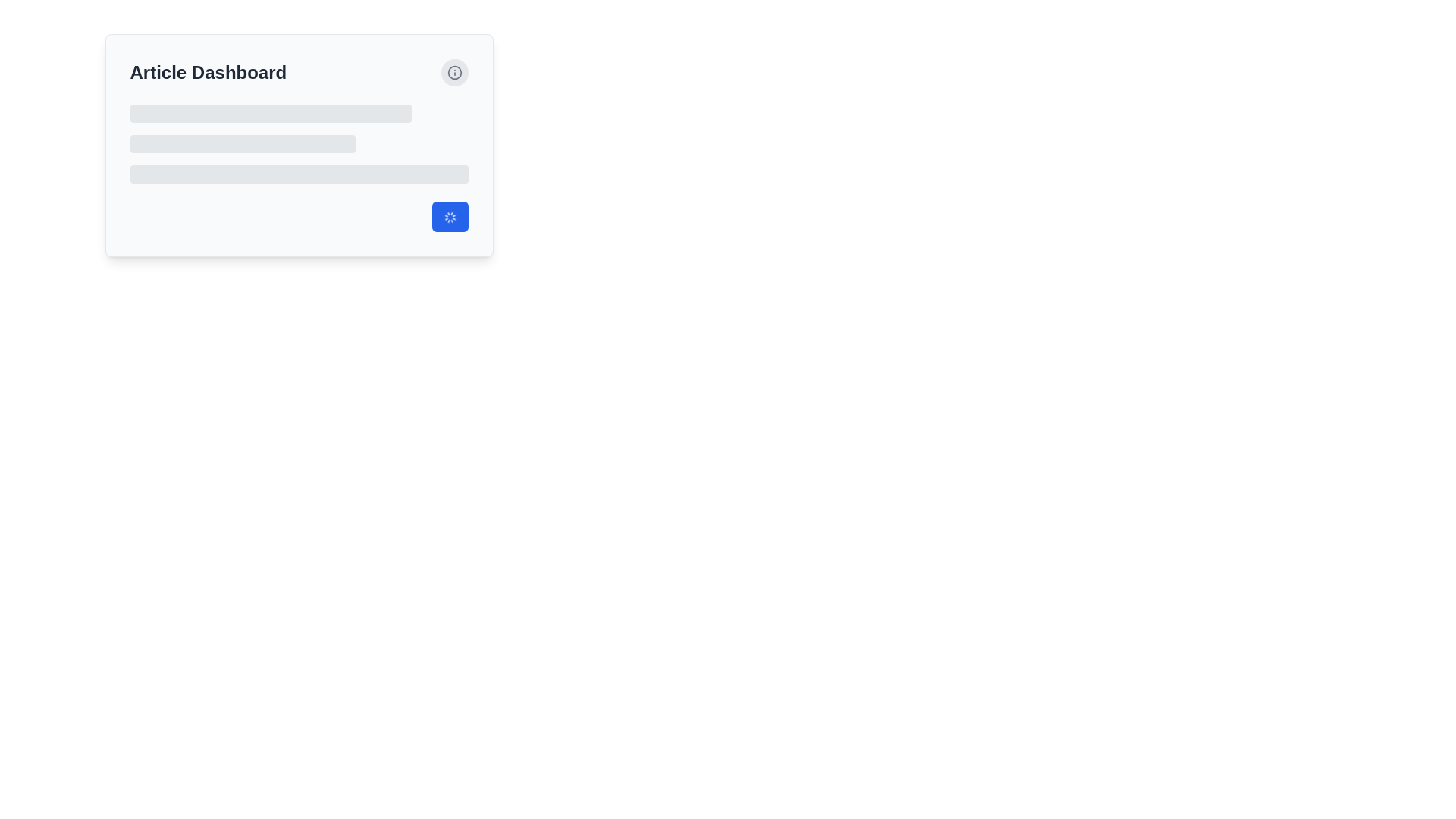 This screenshot has height=819, width=1456. What do you see at coordinates (299, 216) in the screenshot?
I see `the loading indicator located at the bottom-right section of the 'Article Dashboard' card` at bounding box center [299, 216].